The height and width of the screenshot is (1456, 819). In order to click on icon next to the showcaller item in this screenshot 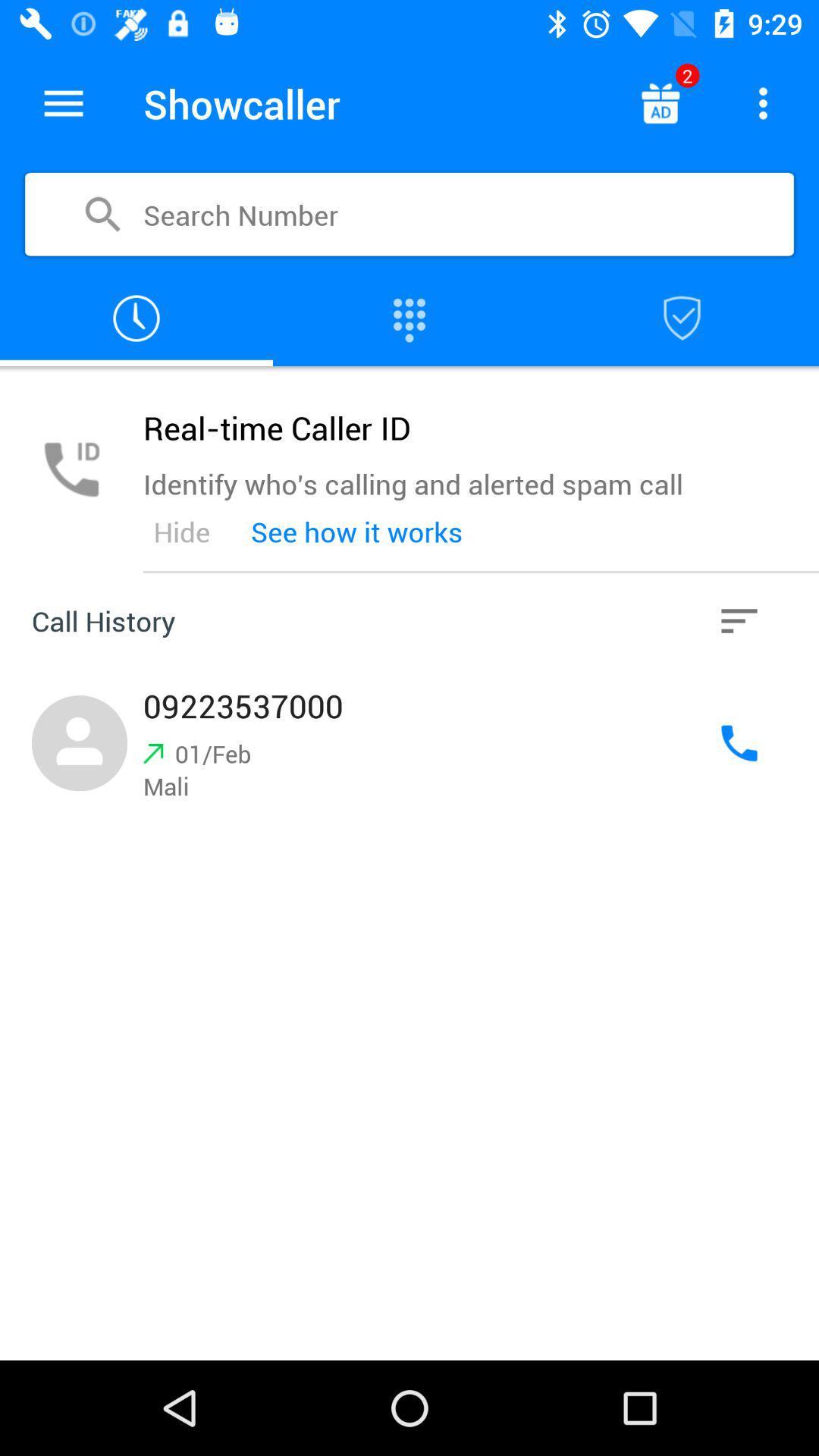, I will do `click(659, 102)`.